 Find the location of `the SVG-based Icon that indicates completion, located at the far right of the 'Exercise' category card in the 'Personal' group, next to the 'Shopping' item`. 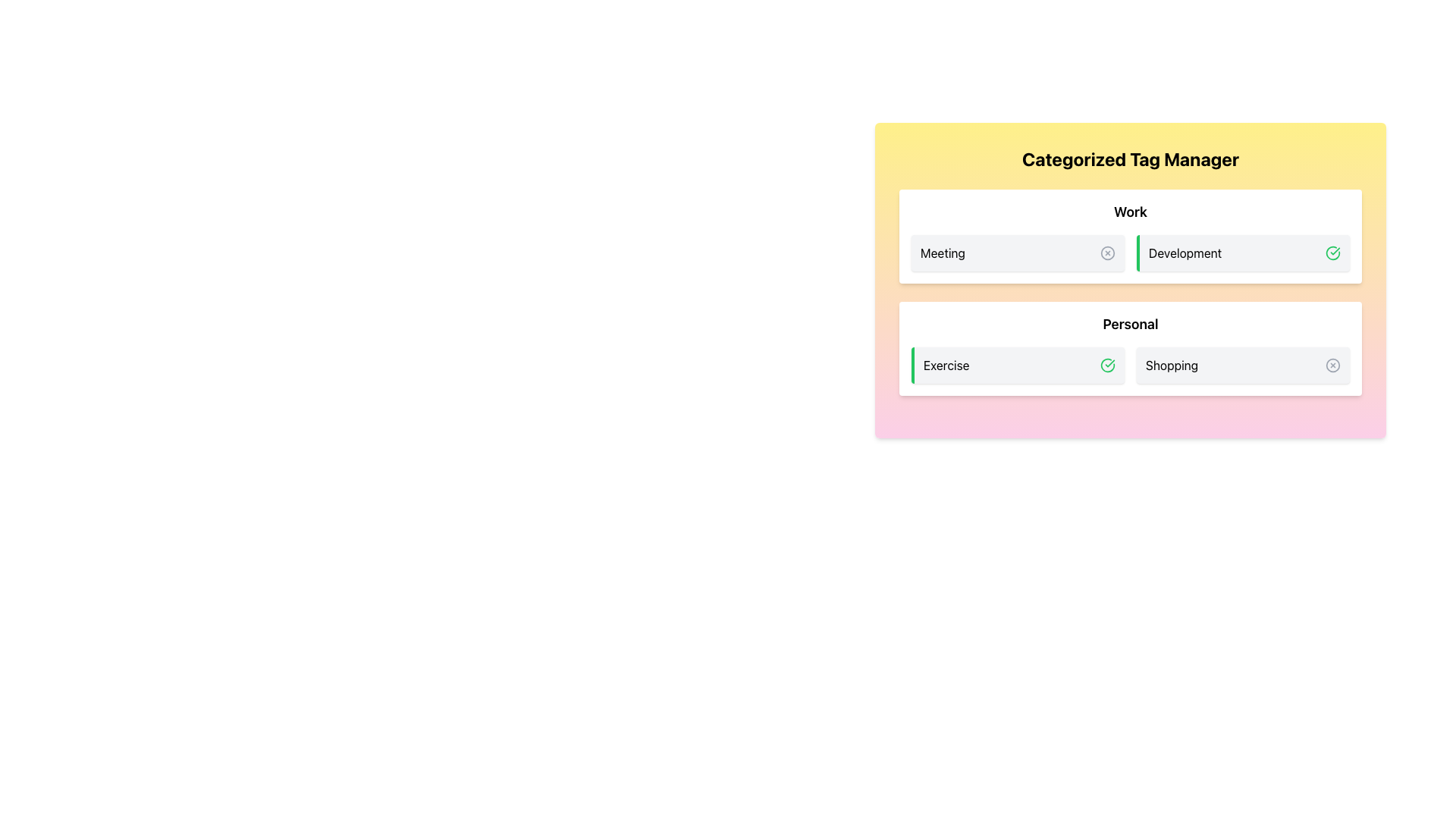

the SVG-based Icon that indicates completion, located at the far right of the 'Exercise' category card in the 'Personal' group, next to the 'Shopping' item is located at coordinates (1107, 366).